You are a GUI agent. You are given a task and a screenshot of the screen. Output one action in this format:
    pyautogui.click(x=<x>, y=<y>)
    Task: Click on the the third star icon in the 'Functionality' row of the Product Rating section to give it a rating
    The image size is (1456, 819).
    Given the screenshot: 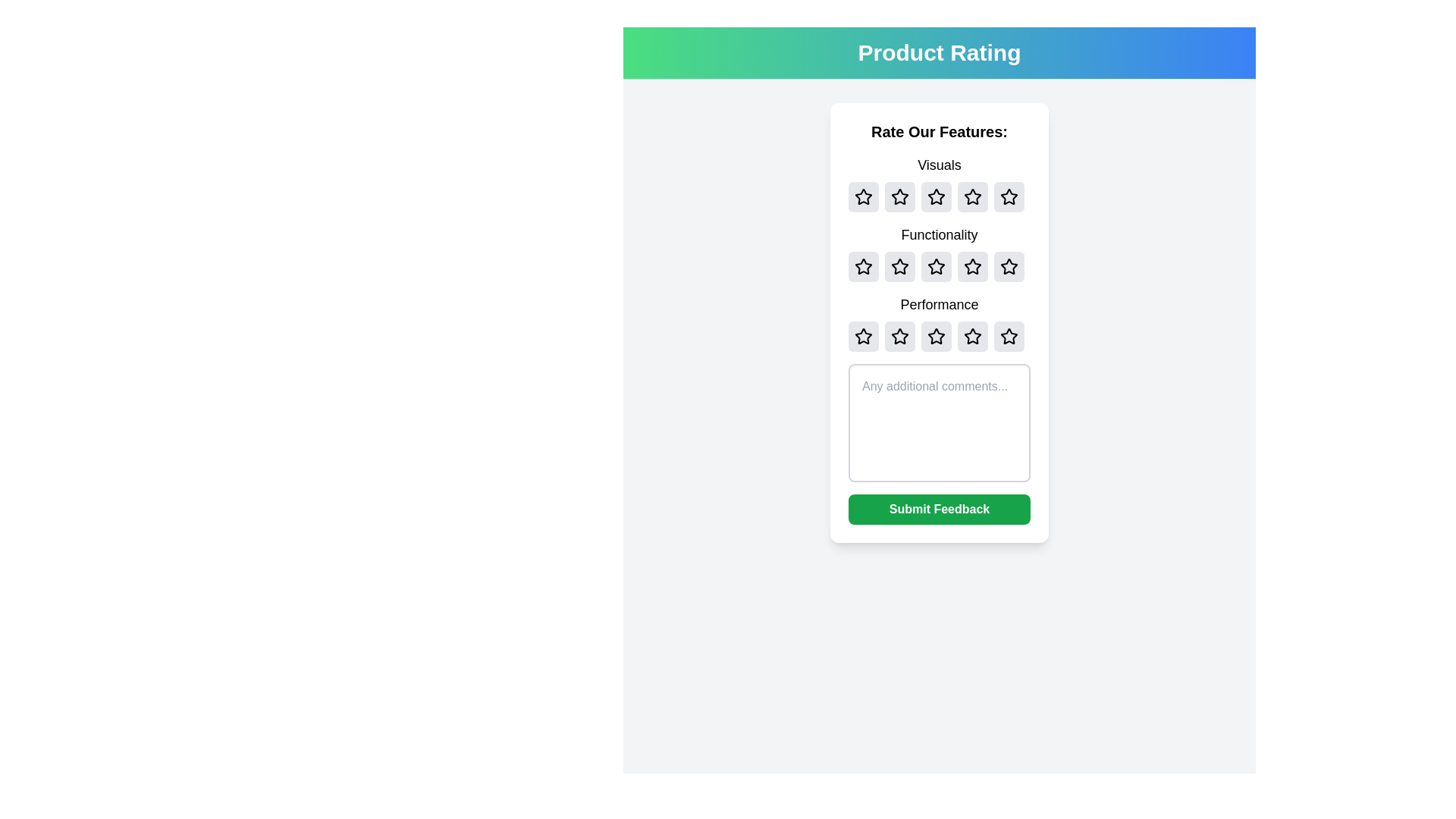 What is the action you would take?
    pyautogui.click(x=935, y=265)
    